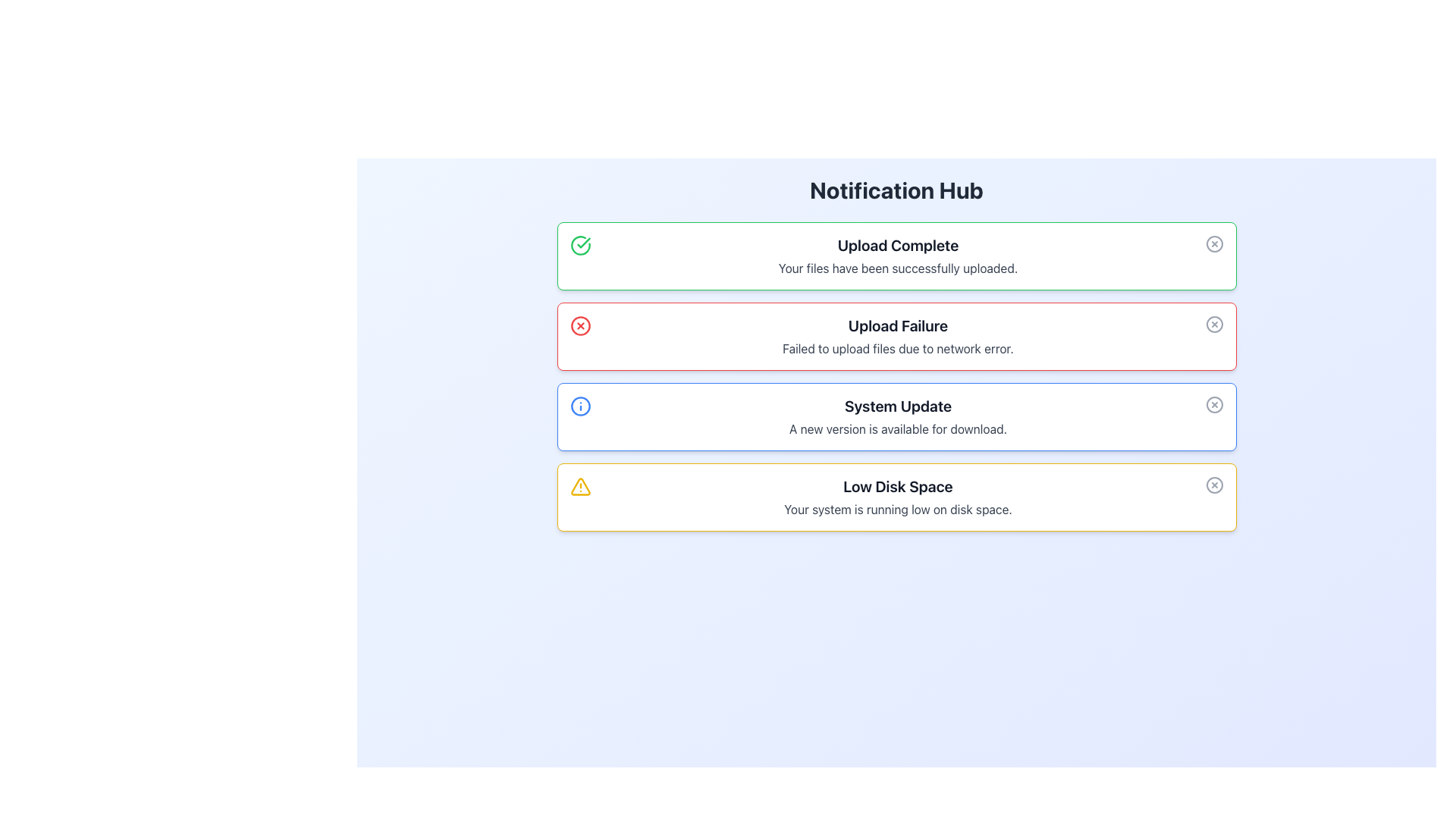 The image size is (1456, 819). What do you see at coordinates (579, 486) in the screenshot?
I see `the warning icon located in the bottom-most notification block labeled 'Low Disk Space', positioned on the left side adjacent to the text` at bounding box center [579, 486].